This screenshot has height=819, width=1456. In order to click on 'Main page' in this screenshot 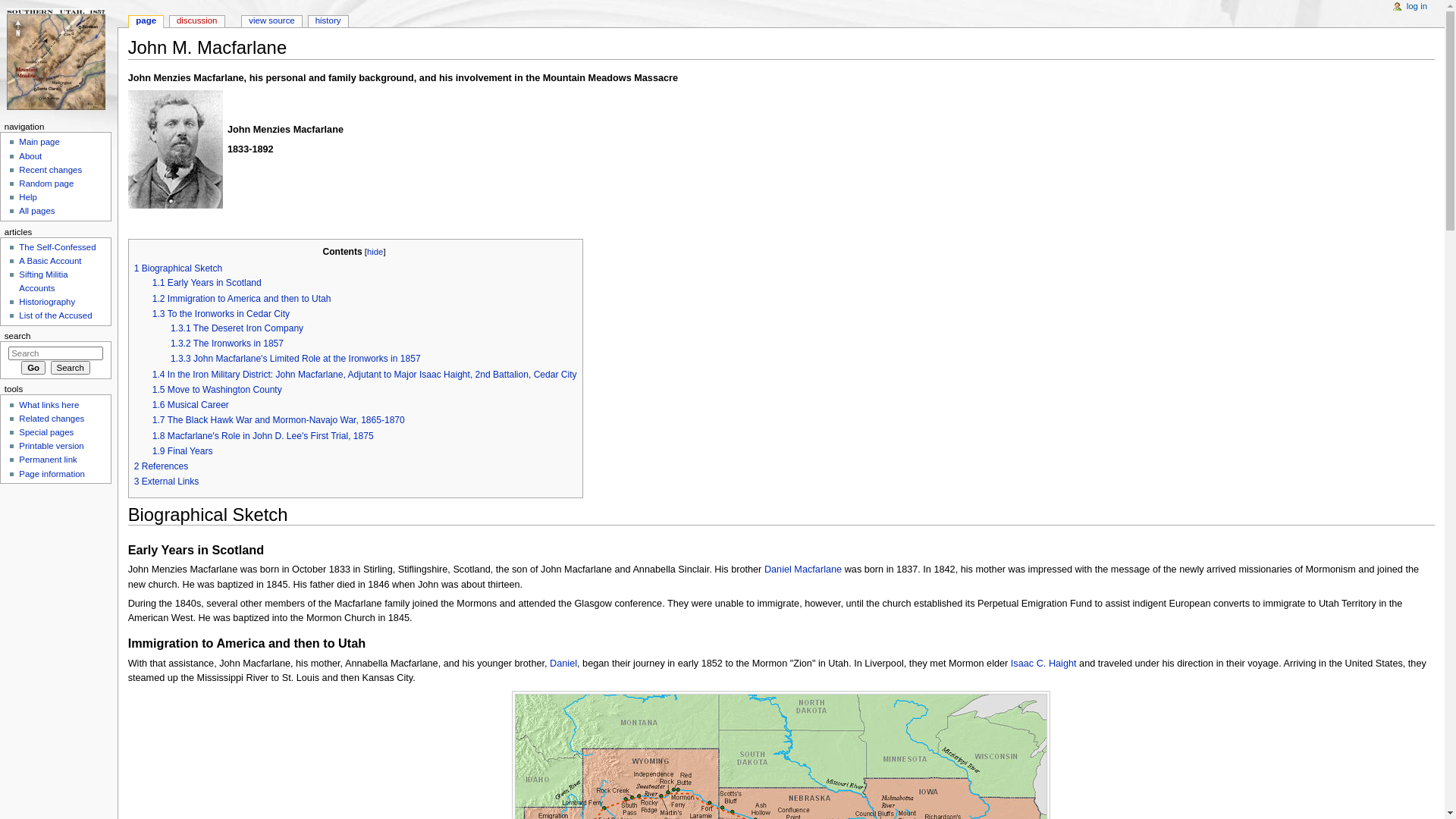, I will do `click(39, 141)`.